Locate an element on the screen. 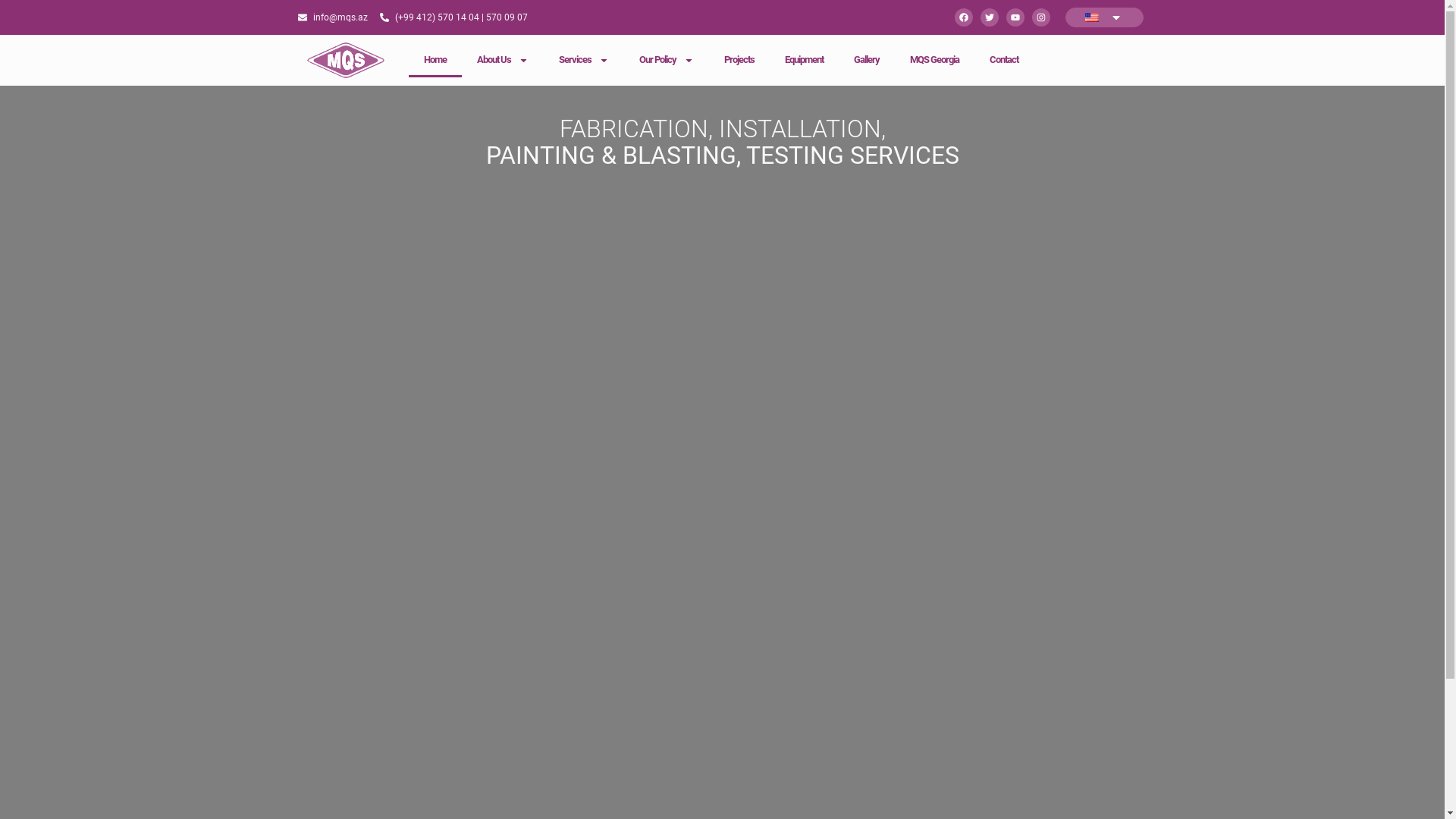 Image resolution: width=1456 pixels, height=819 pixels. 'Gallery' is located at coordinates (866, 58).